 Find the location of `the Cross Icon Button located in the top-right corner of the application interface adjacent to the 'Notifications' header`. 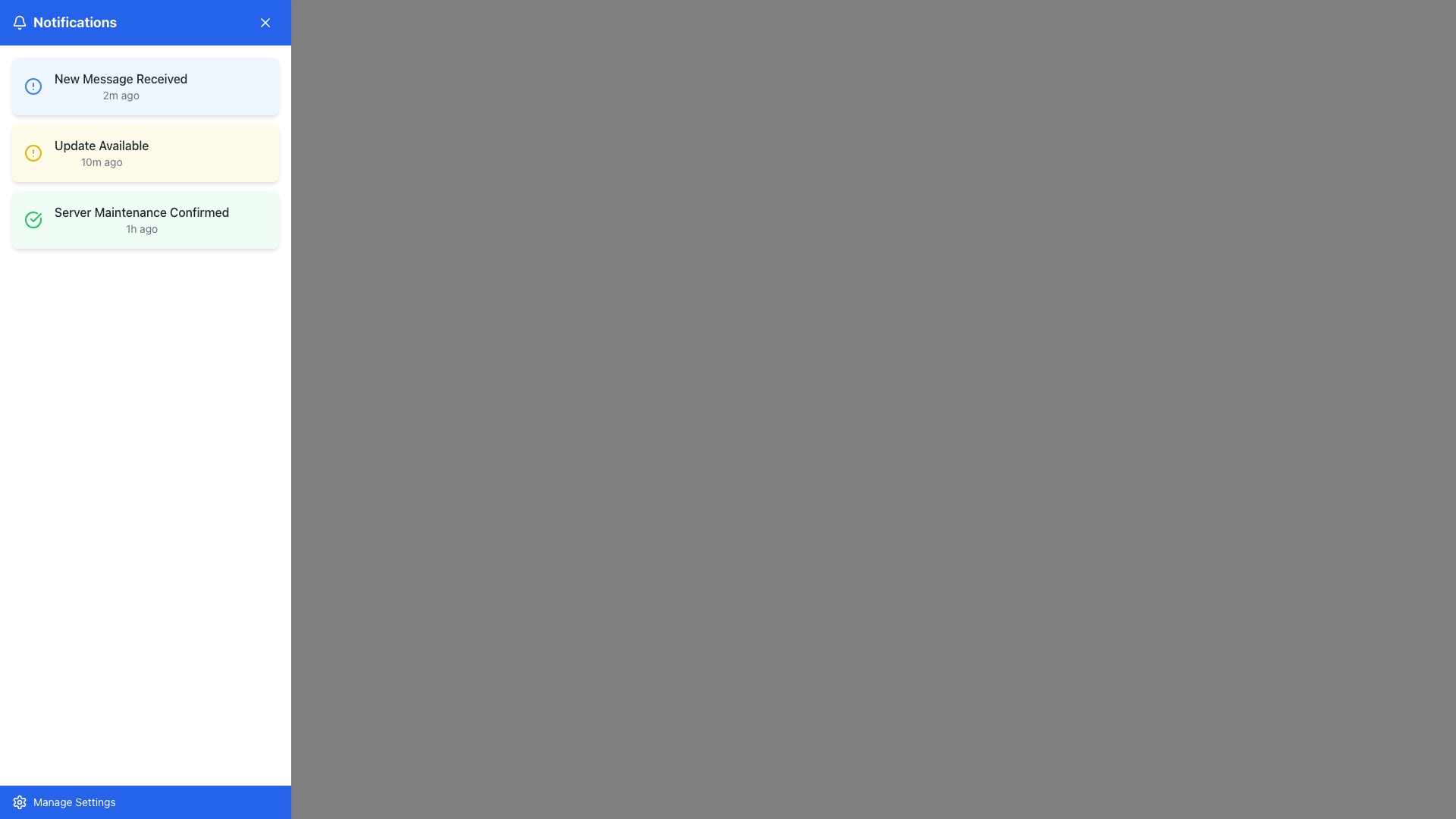

the Cross Icon Button located in the top-right corner of the application interface adjacent to the 'Notifications' header is located at coordinates (265, 23).